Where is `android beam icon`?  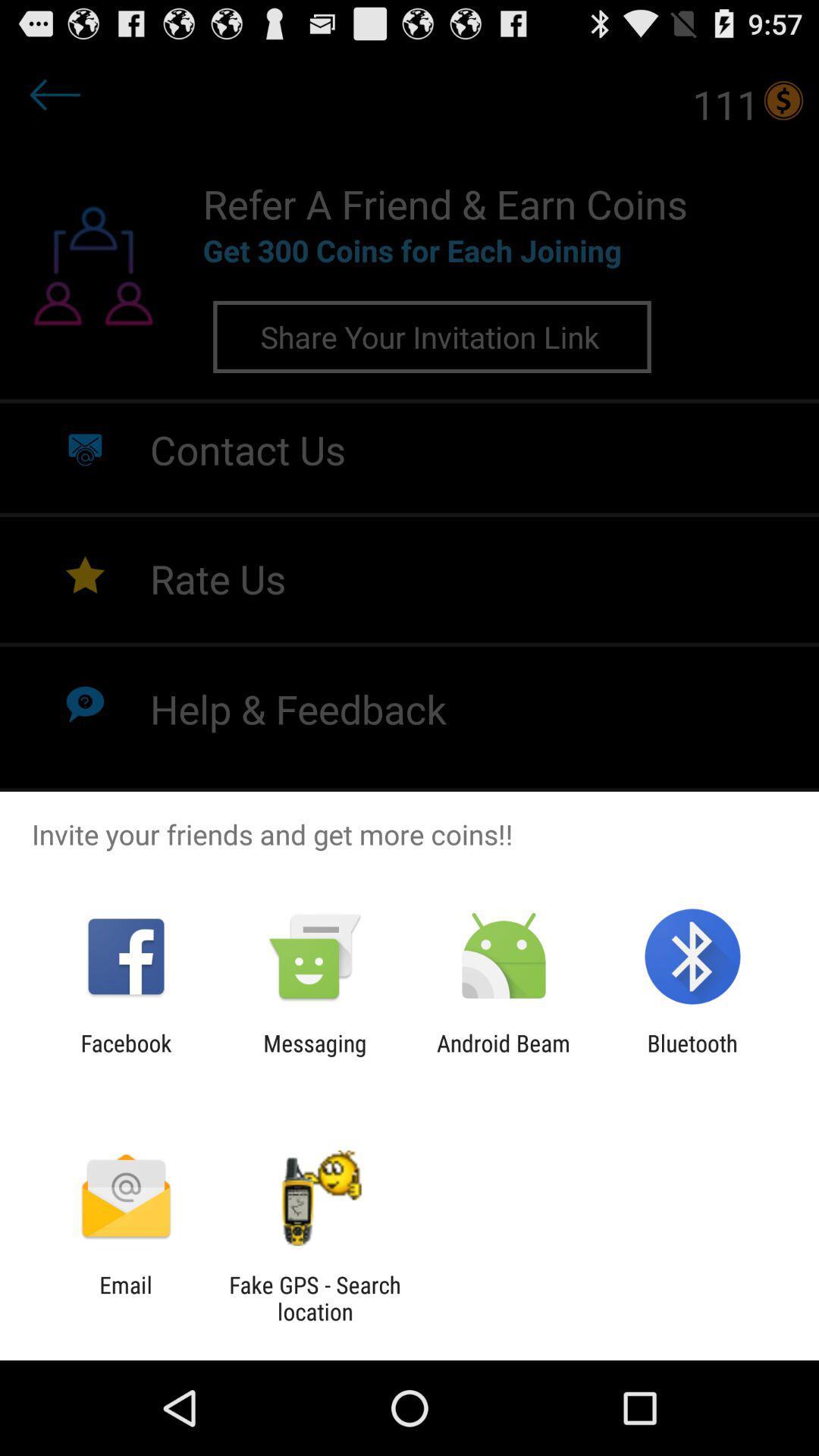
android beam icon is located at coordinates (504, 1056).